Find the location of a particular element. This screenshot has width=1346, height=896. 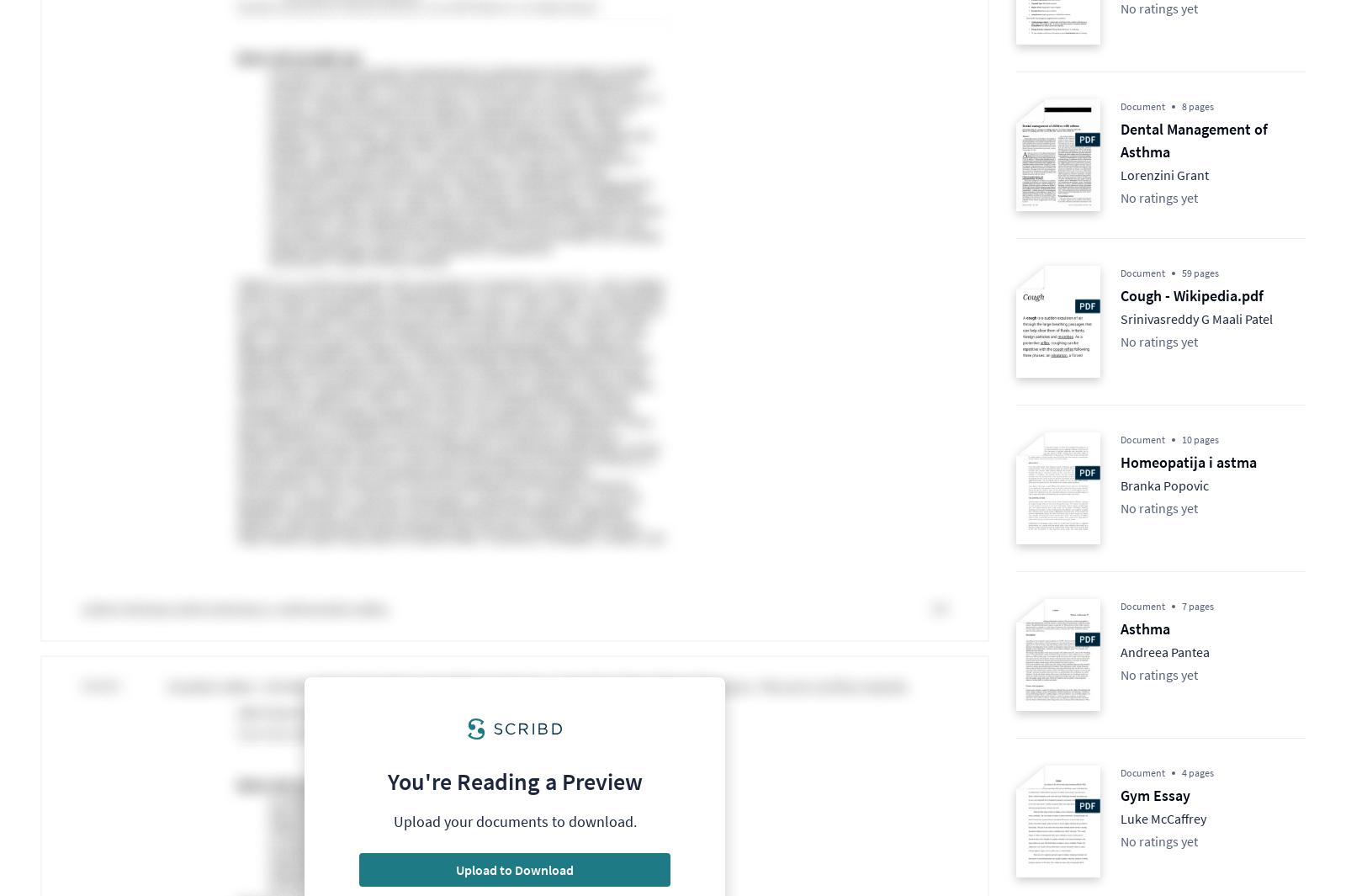

'10 pages' is located at coordinates (1181, 438).